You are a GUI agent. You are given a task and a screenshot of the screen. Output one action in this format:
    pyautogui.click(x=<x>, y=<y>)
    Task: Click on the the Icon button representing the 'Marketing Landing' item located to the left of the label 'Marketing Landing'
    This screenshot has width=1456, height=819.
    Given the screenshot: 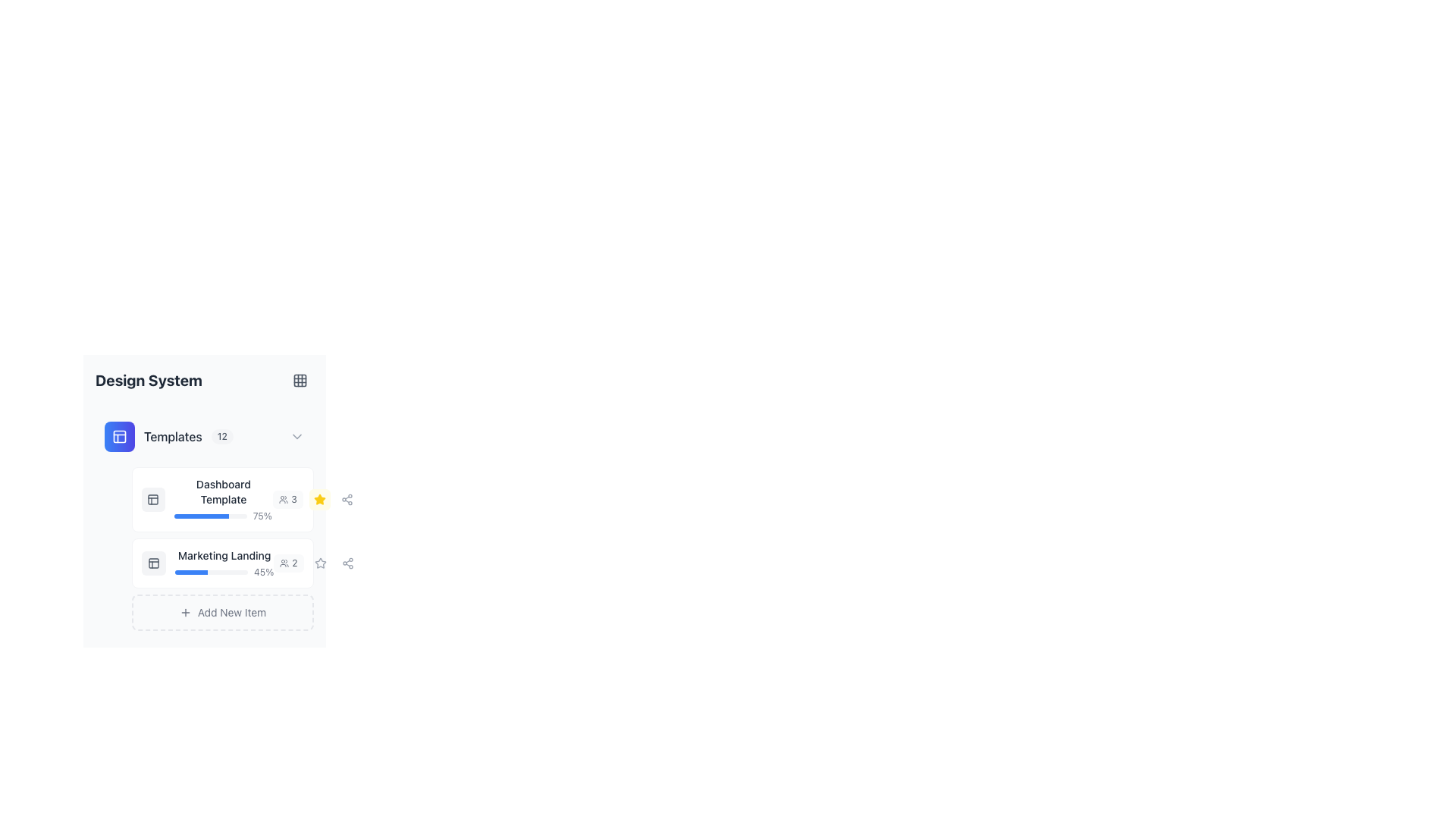 What is the action you would take?
    pyautogui.click(x=153, y=563)
    